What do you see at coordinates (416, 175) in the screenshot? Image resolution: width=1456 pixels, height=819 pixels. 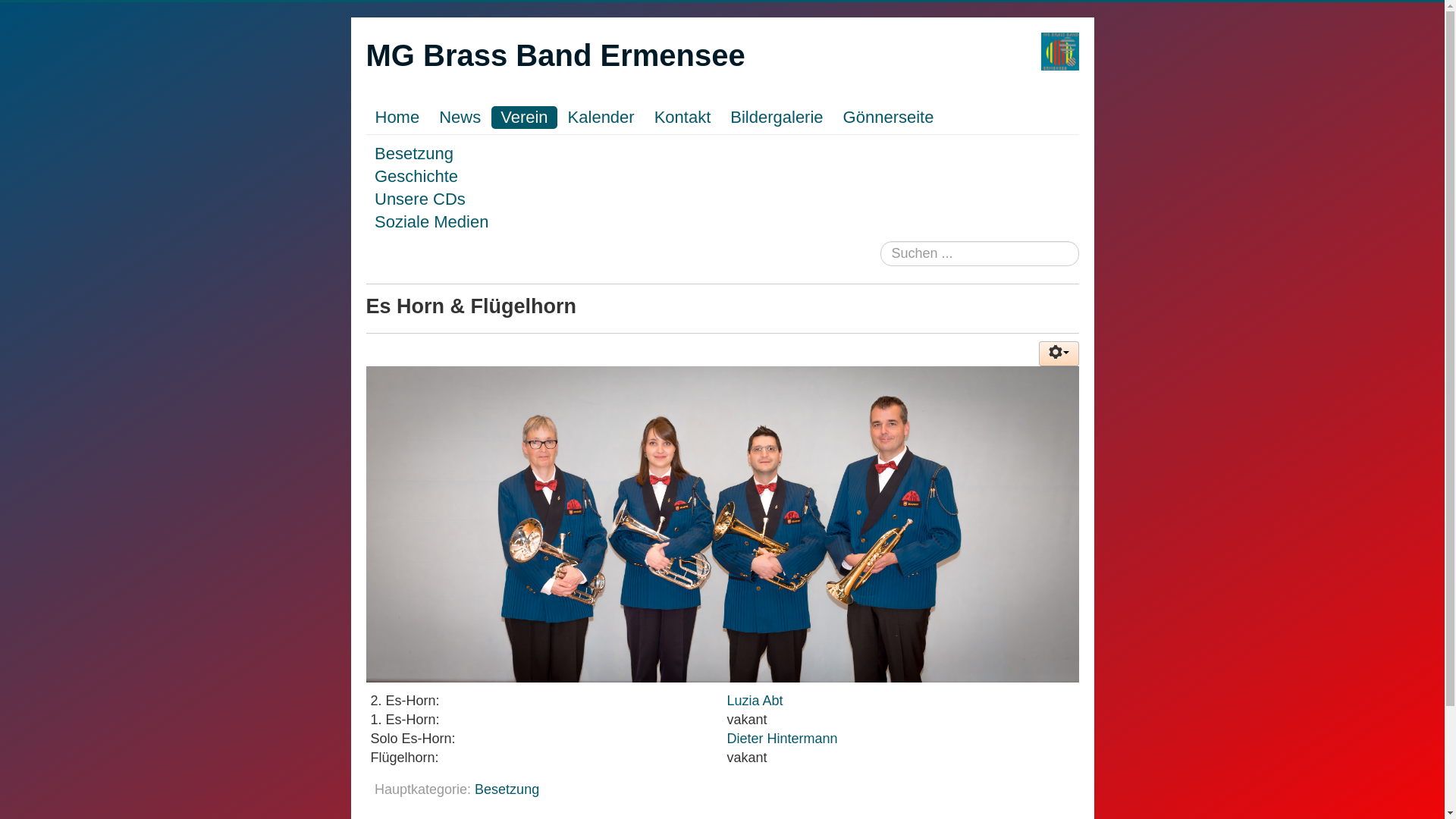 I see `'Geschichte'` at bounding box center [416, 175].